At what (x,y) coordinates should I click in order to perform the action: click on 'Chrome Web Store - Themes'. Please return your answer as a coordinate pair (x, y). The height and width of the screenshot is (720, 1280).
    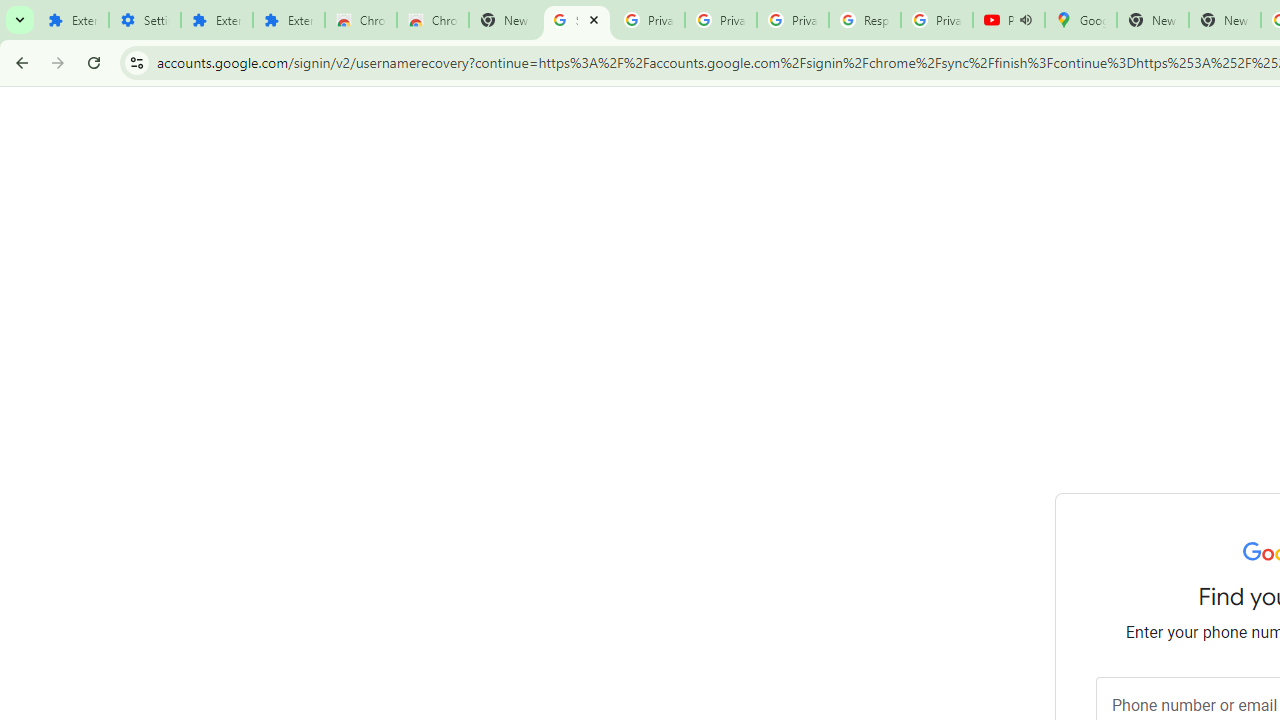
    Looking at the image, I should click on (431, 20).